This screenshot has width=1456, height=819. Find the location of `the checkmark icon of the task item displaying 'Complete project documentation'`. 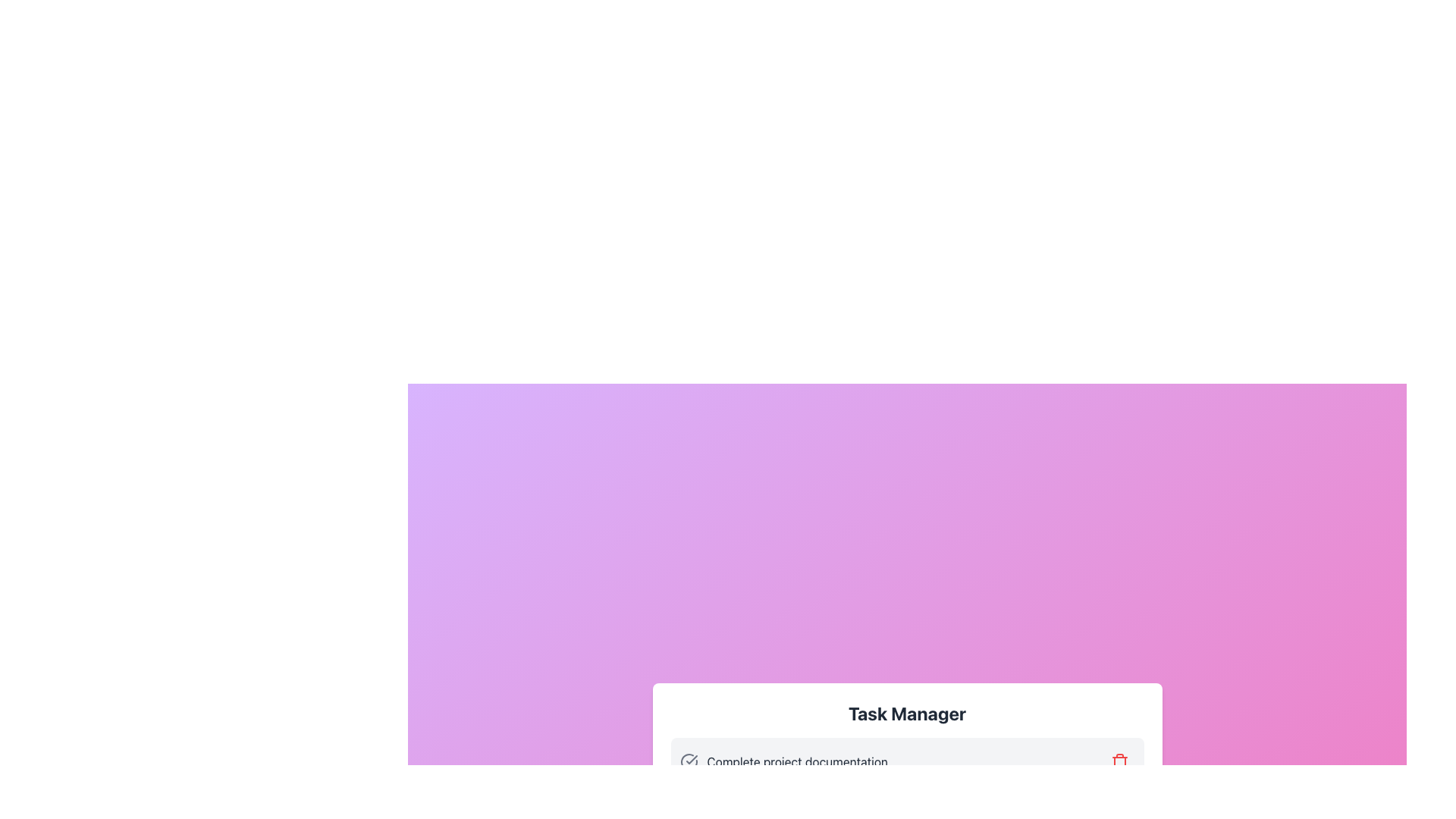

the checkmark icon of the task item displaying 'Complete project documentation' is located at coordinates (783, 762).